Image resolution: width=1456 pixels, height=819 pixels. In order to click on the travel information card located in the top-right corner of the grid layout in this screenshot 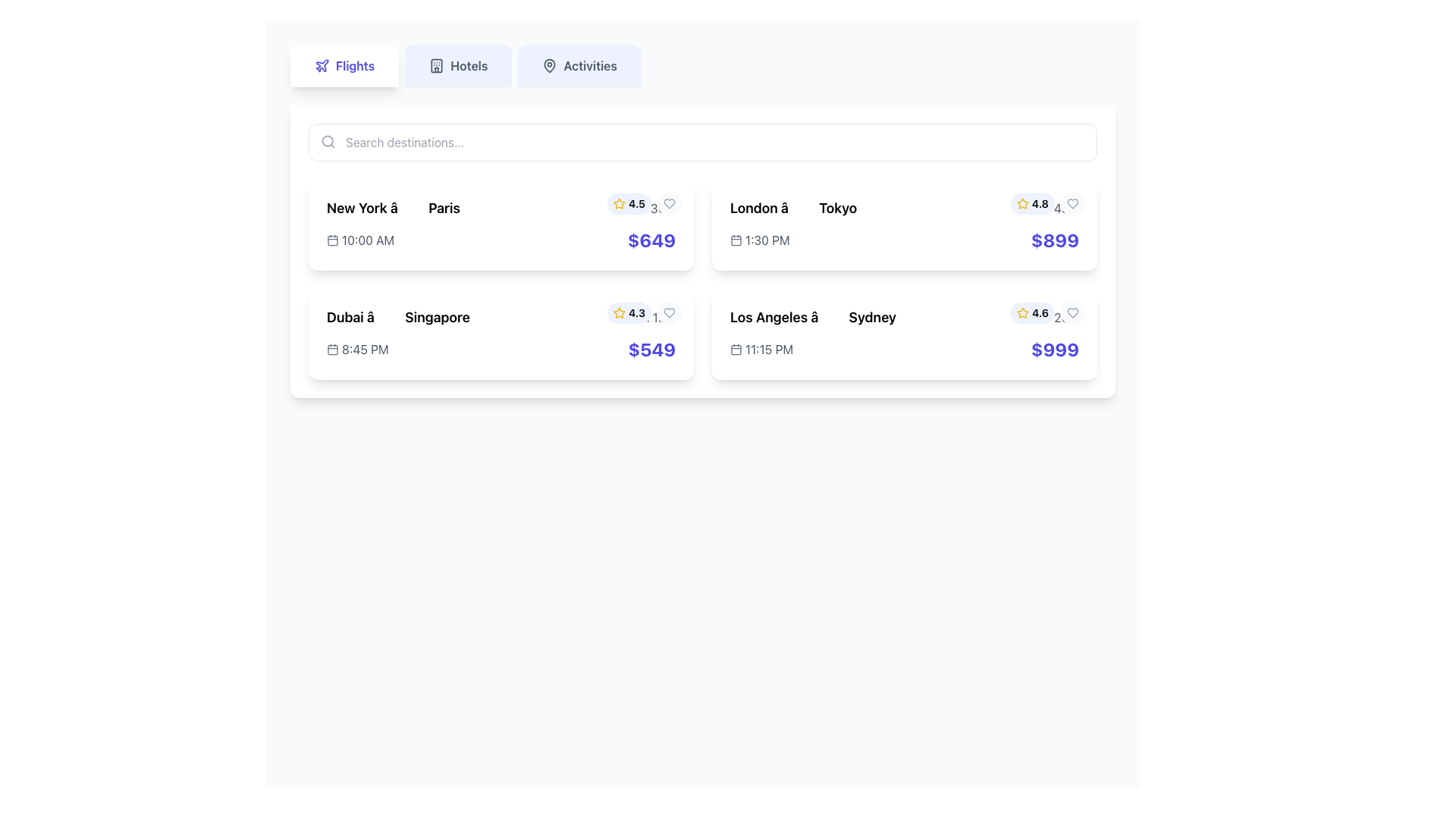, I will do `click(905, 225)`.